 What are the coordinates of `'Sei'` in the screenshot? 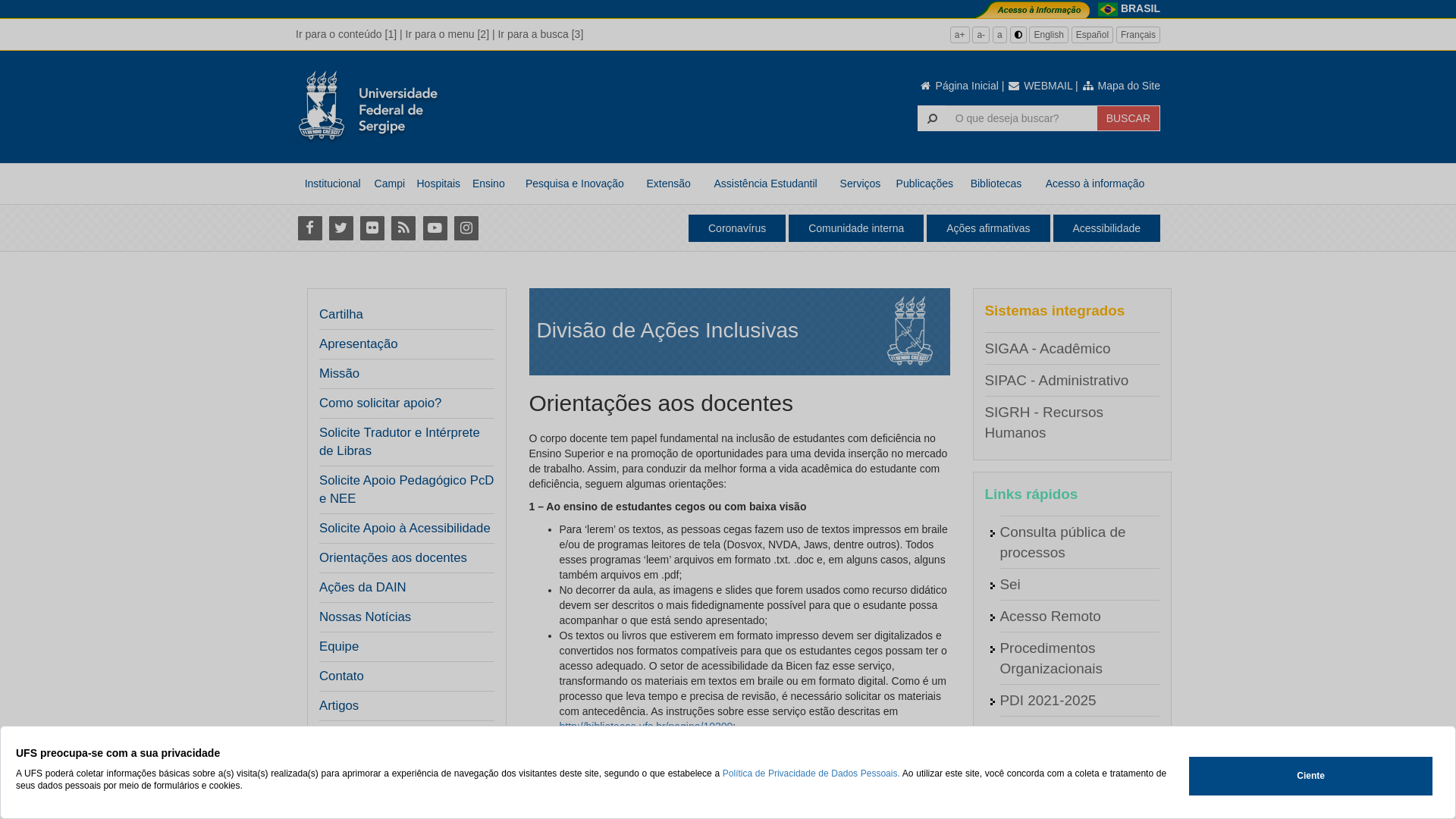 It's located at (999, 583).